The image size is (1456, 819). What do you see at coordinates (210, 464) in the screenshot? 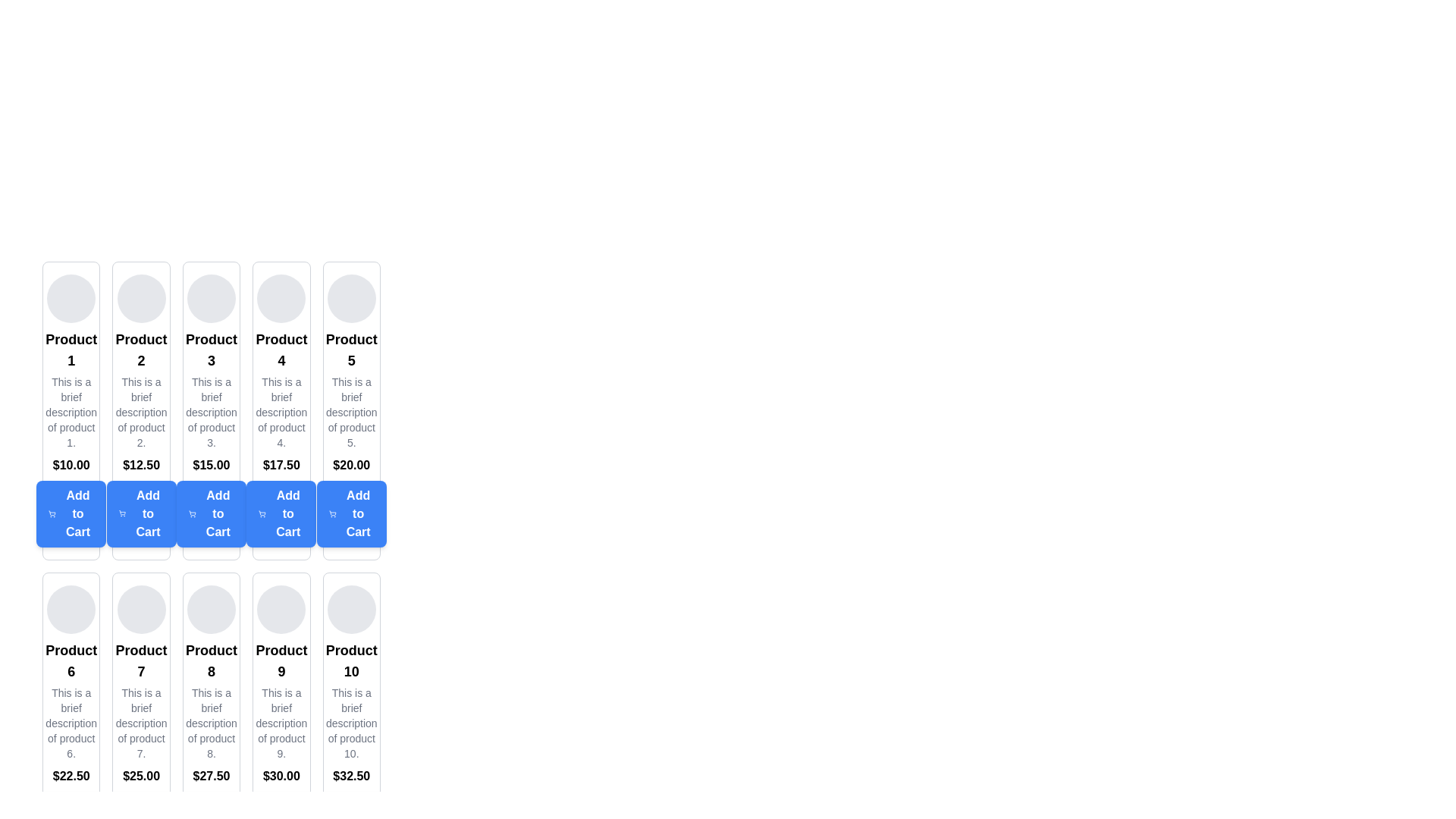
I see `the text label that displays the price of 'Product 3', located between the product description and the 'Add to Cart' button` at bounding box center [210, 464].